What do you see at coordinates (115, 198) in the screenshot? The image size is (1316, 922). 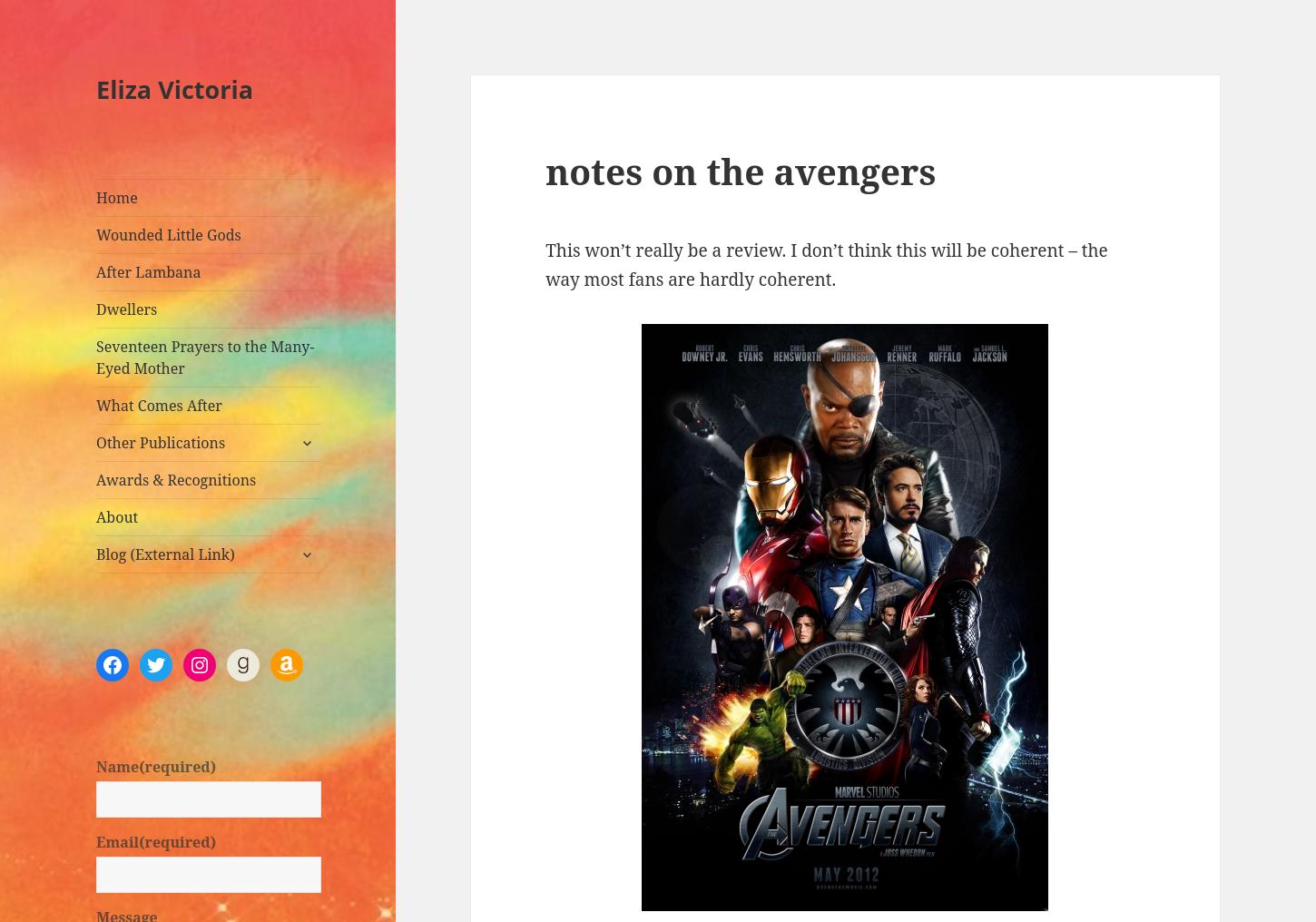 I see `'Home'` at bounding box center [115, 198].